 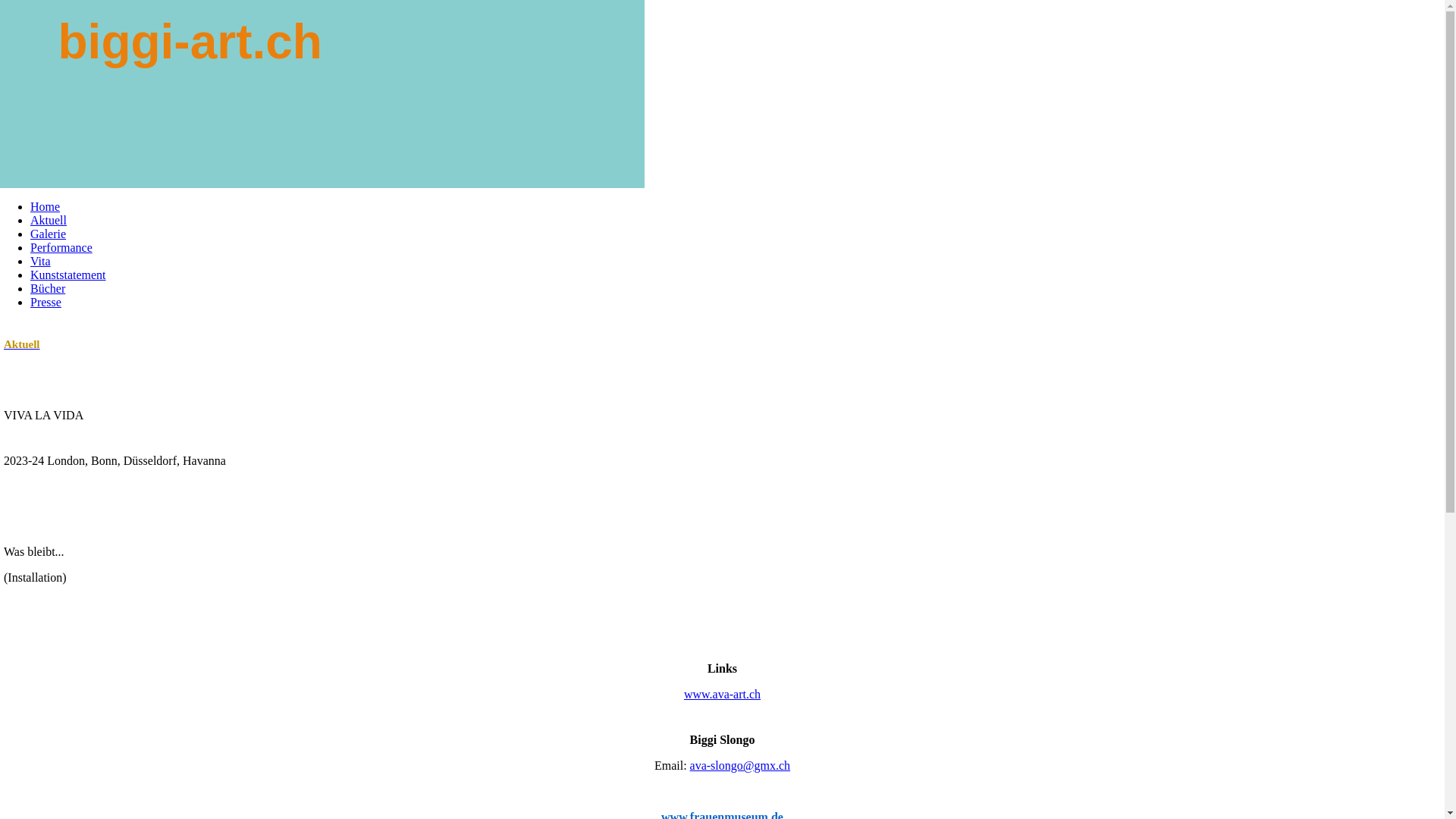 What do you see at coordinates (45, 302) in the screenshot?
I see `'Presse'` at bounding box center [45, 302].